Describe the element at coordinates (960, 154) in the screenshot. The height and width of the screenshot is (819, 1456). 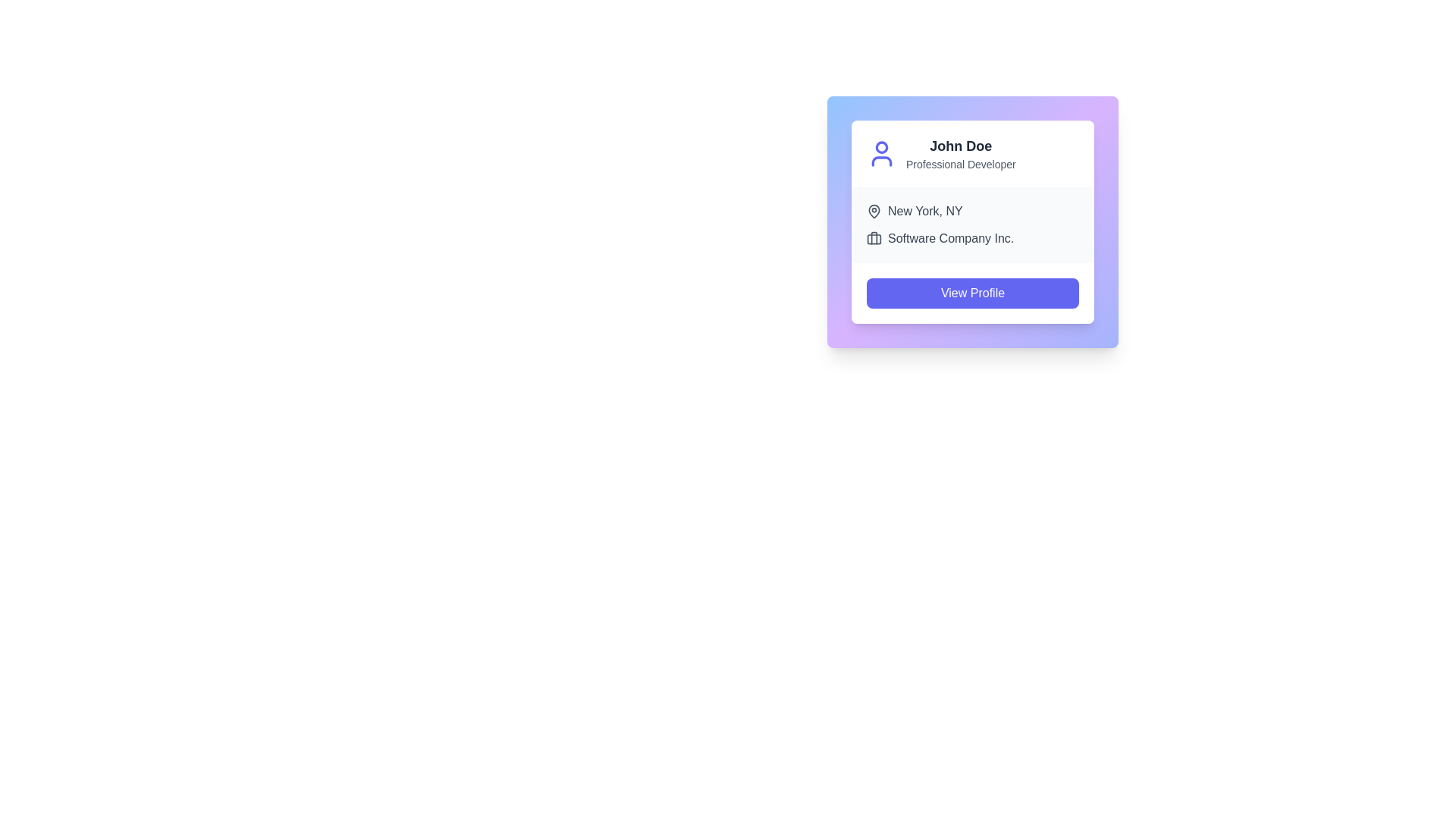
I see `the text display element that conveys the user's name and profession, located in the top-right segment of the profile card` at that location.